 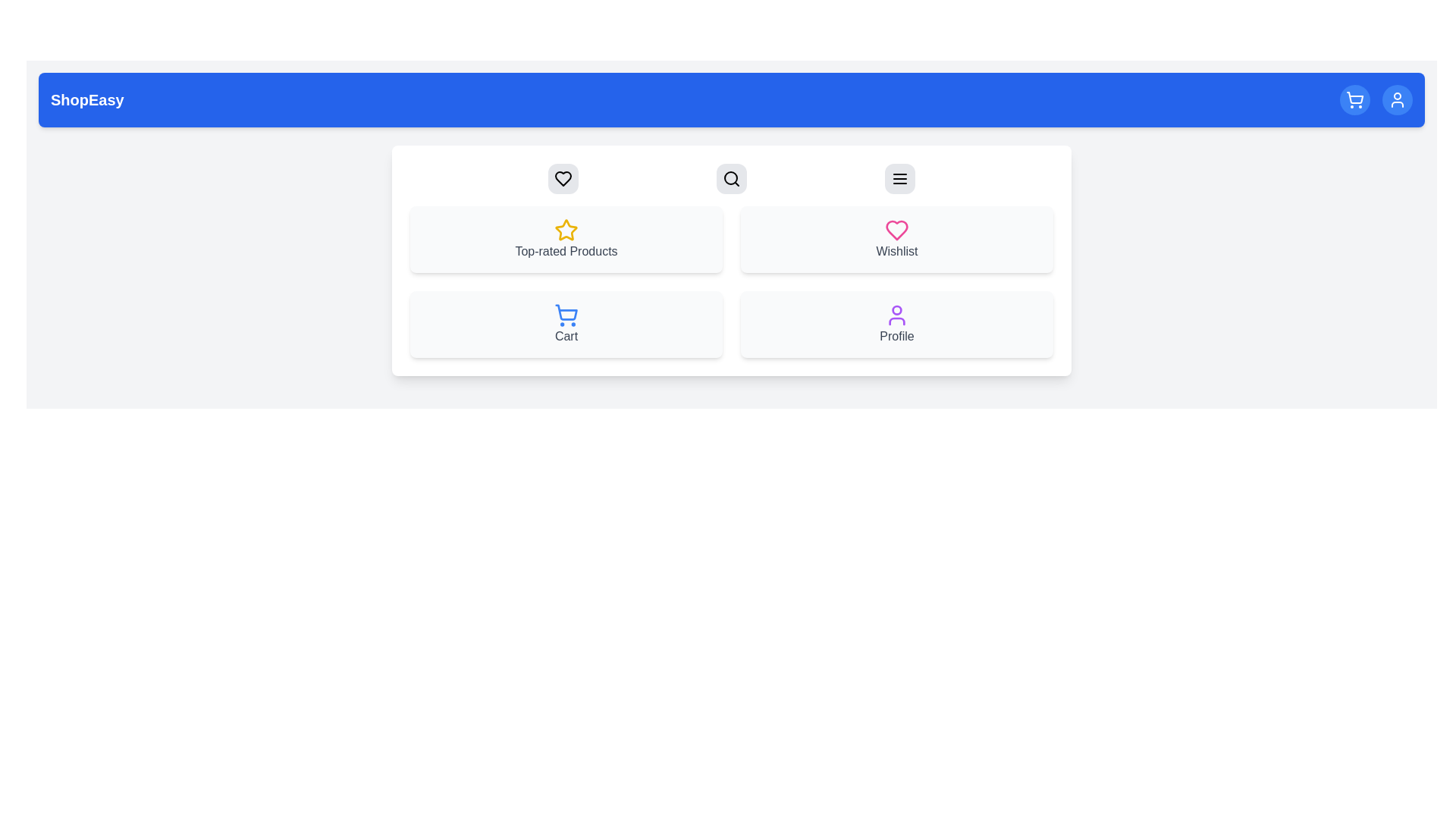 What do you see at coordinates (896, 324) in the screenshot?
I see `the profile card in the bottom-right corner of the grid layout` at bounding box center [896, 324].